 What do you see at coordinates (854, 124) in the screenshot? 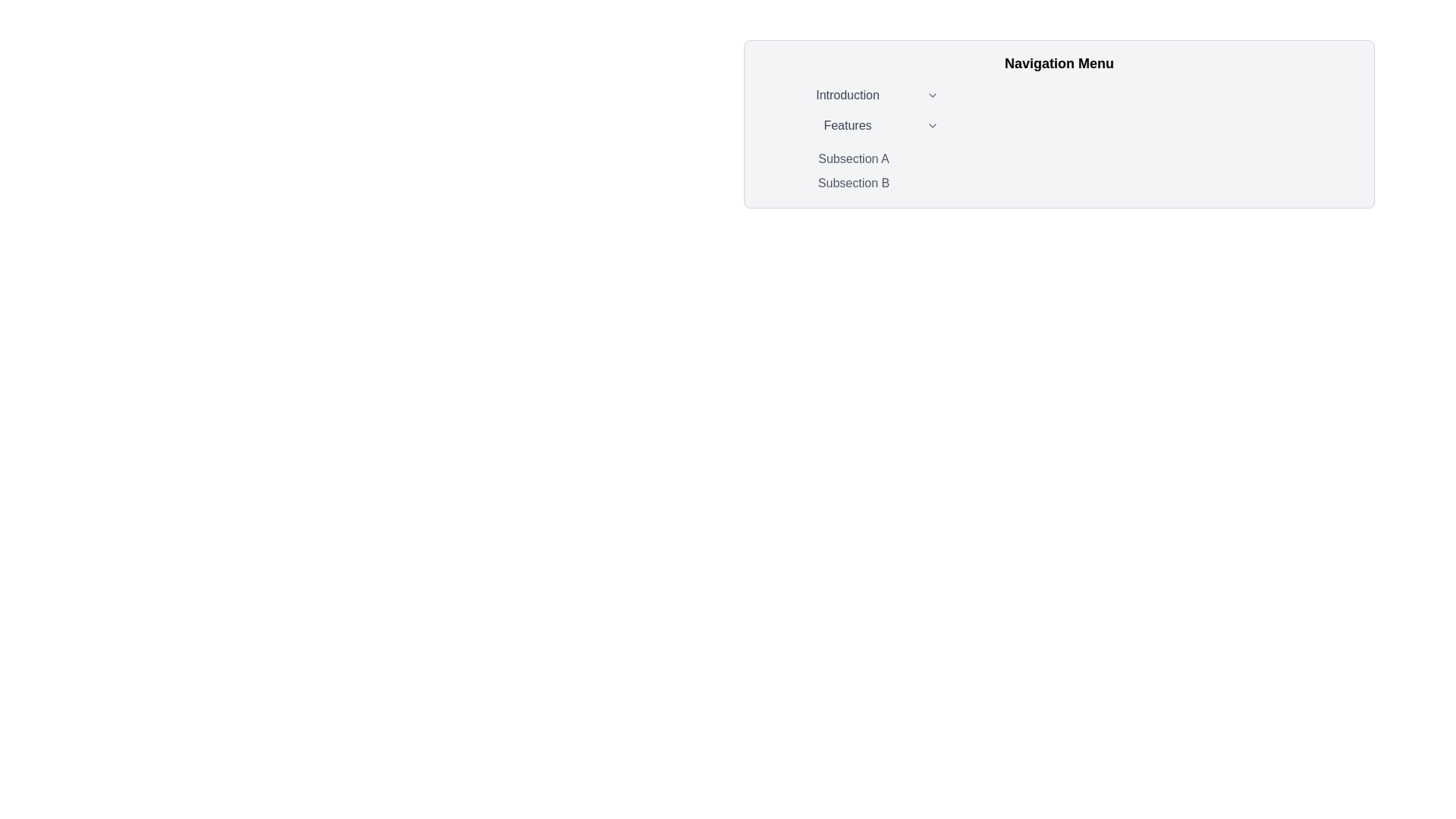
I see `the 'Features' dropdown menu item` at bounding box center [854, 124].